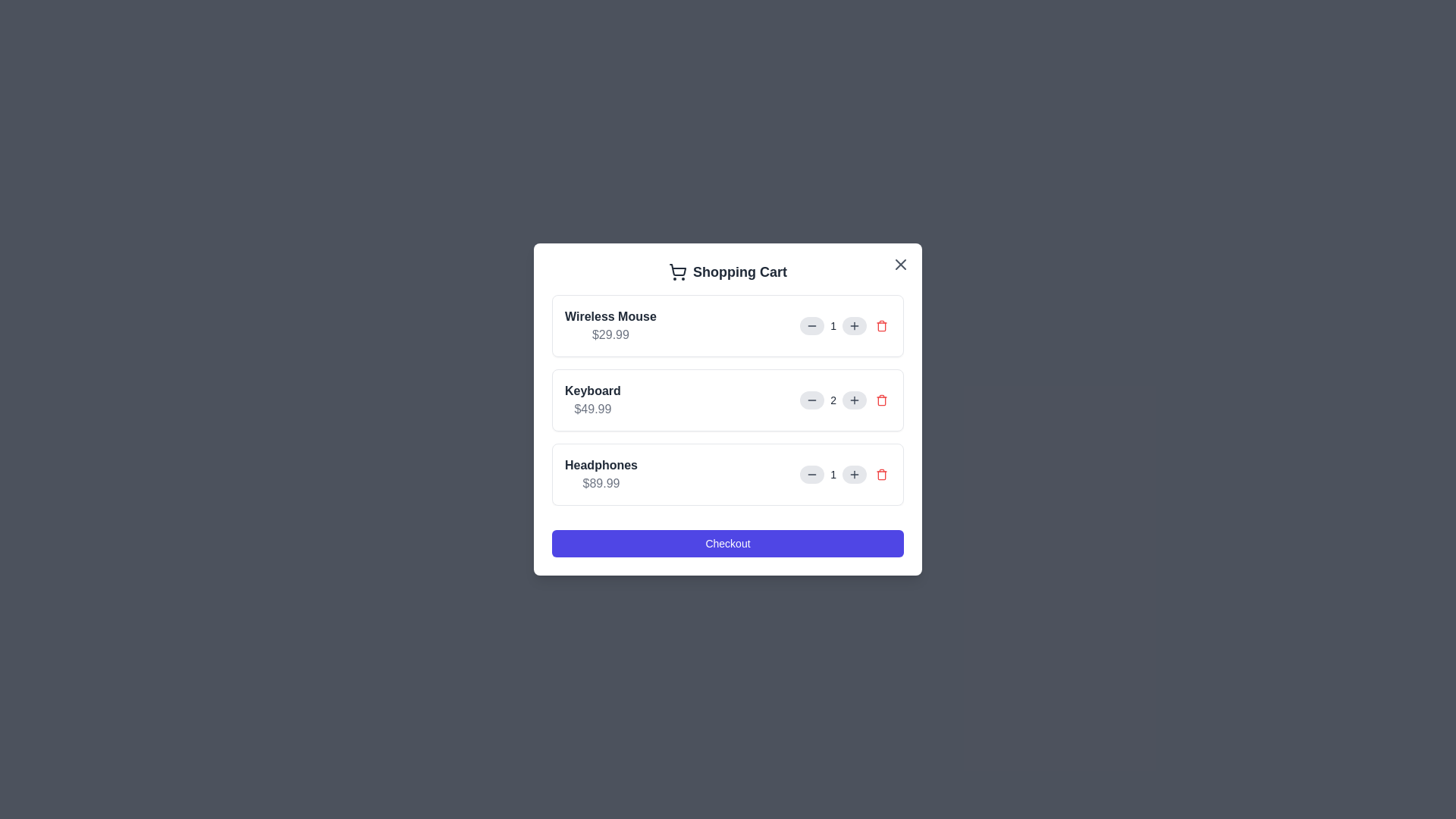 The image size is (1456, 819). What do you see at coordinates (610, 315) in the screenshot?
I see `text from the label indicating the type of product in the shopping cart, located at the top-left corner of the first item, above the price label` at bounding box center [610, 315].